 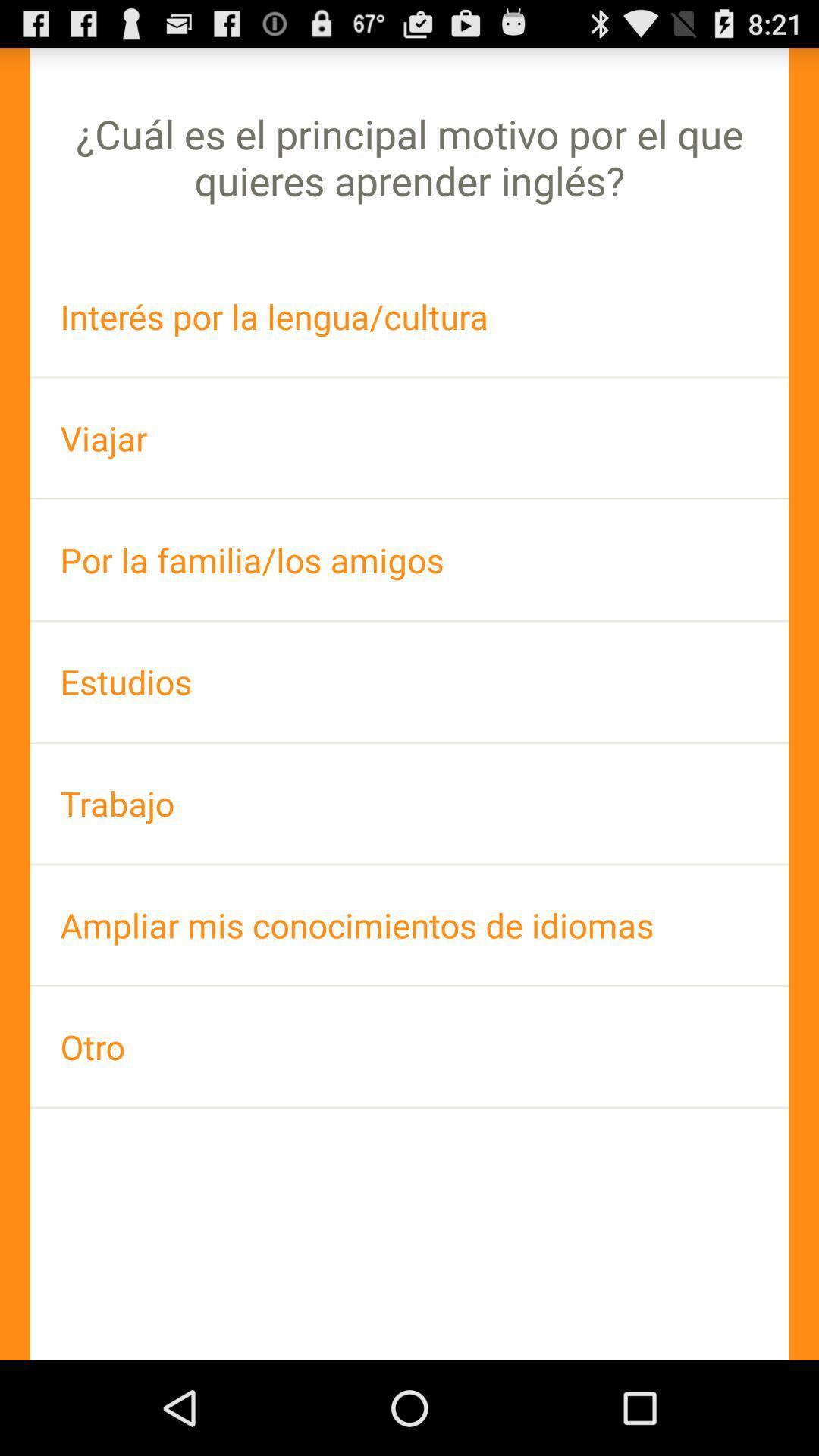 I want to click on the viajar app, so click(x=409, y=438).